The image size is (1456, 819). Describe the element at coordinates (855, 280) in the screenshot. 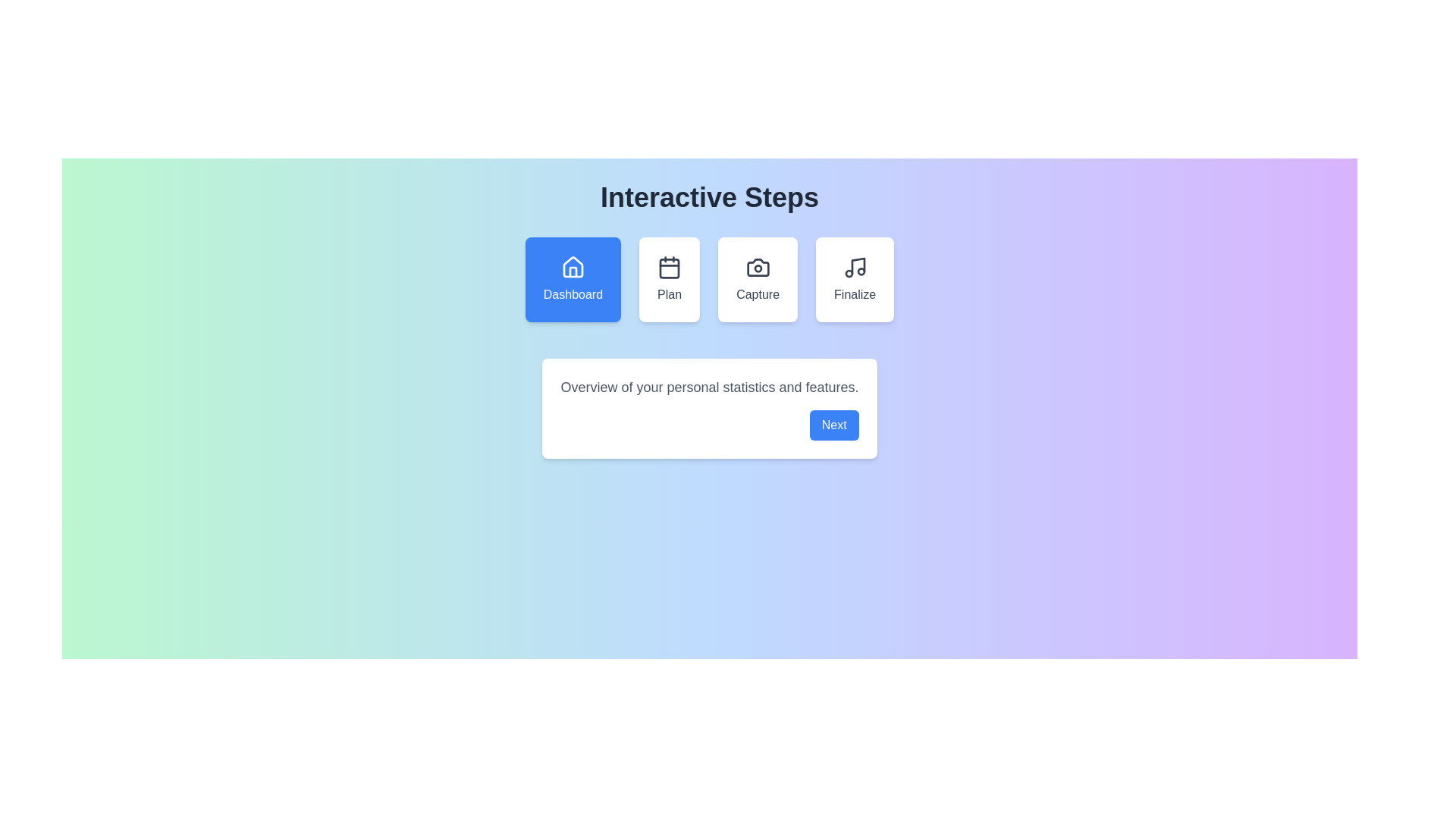

I see `the step Finalize by clicking on its icon` at that location.